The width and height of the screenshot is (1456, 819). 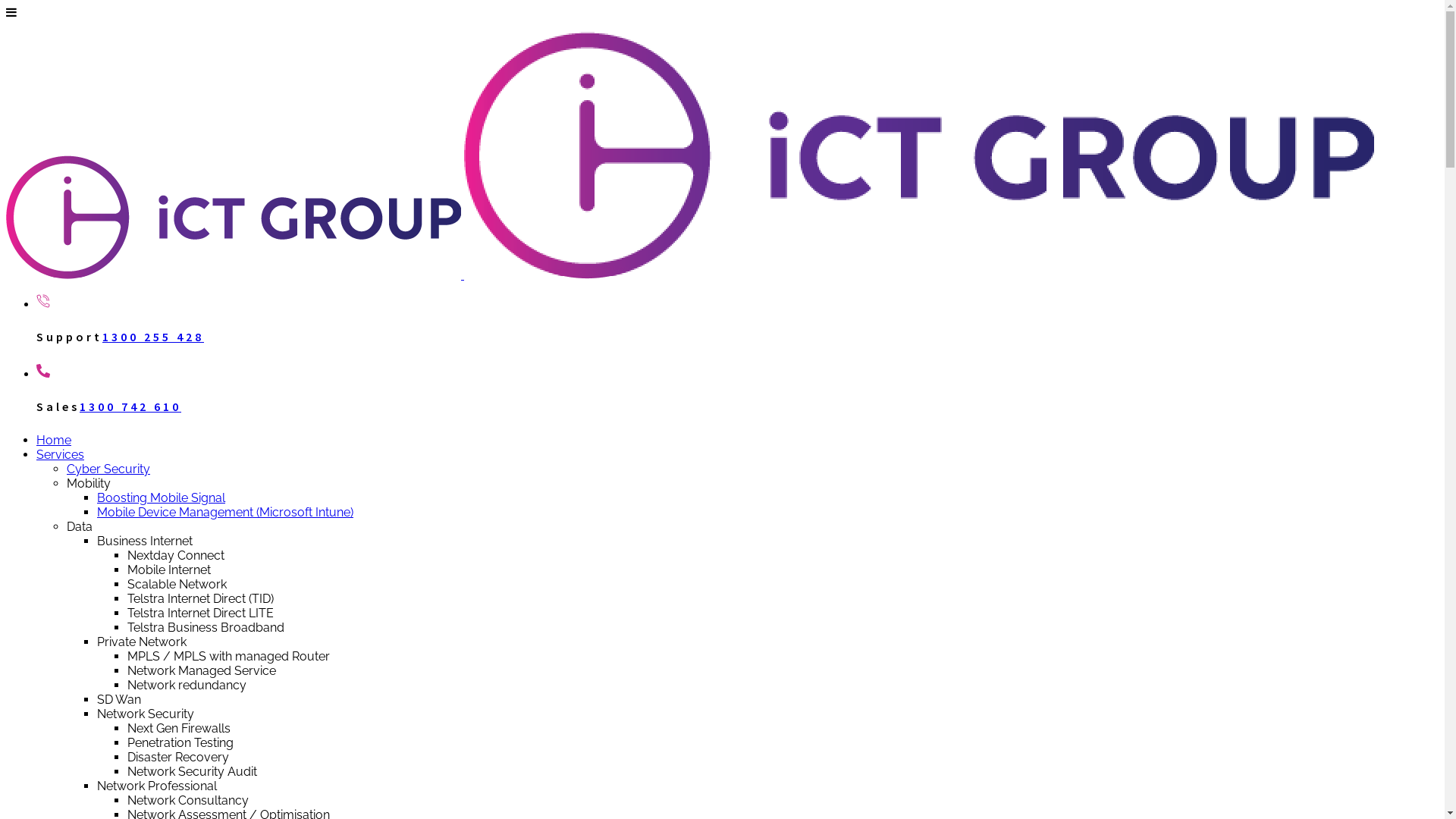 What do you see at coordinates (178, 757) in the screenshot?
I see `'Disaster Recovery'` at bounding box center [178, 757].